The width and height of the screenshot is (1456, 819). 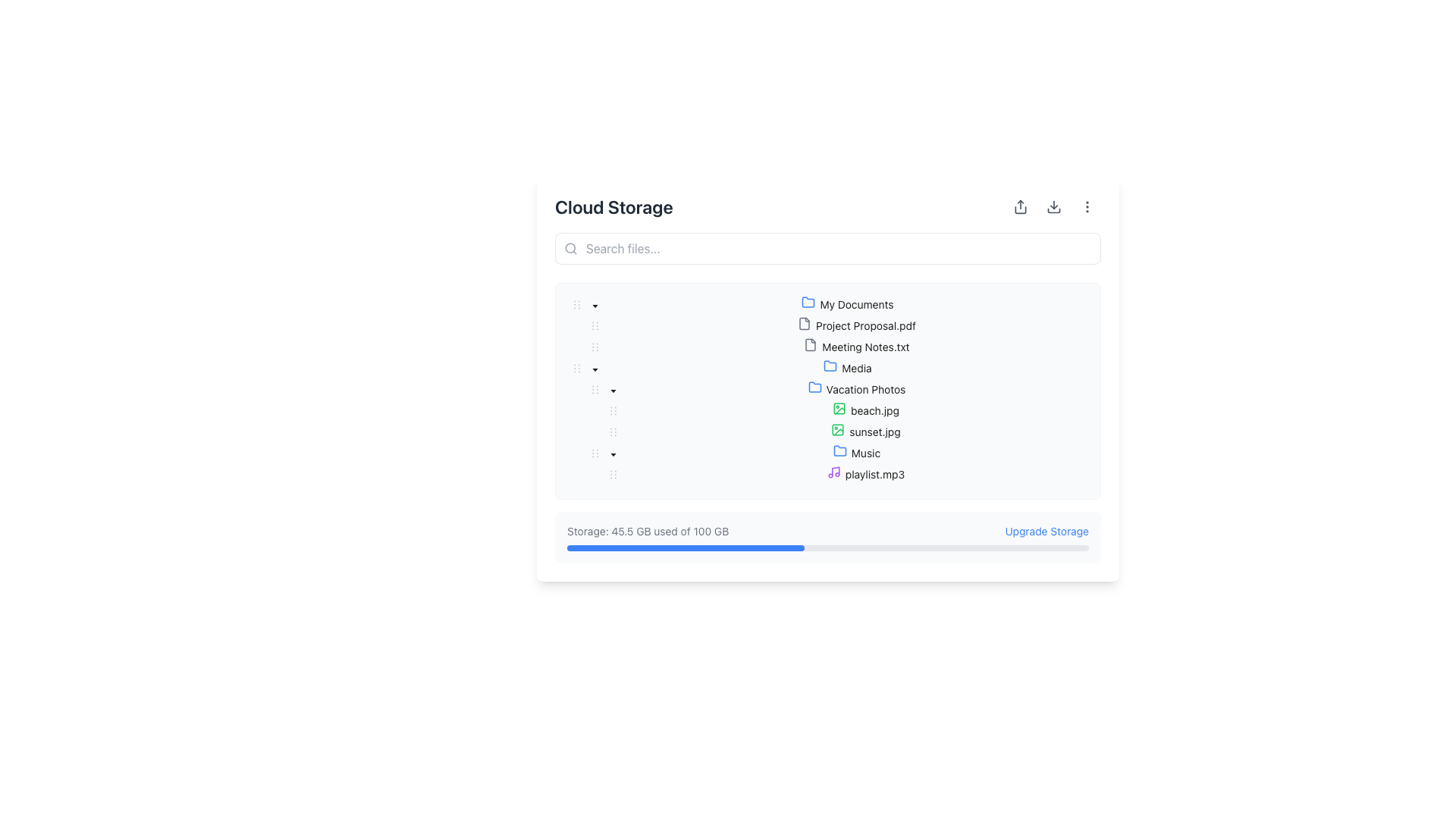 What do you see at coordinates (827, 388) in the screenshot?
I see `the 'Vacation Photos' folder` at bounding box center [827, 388].